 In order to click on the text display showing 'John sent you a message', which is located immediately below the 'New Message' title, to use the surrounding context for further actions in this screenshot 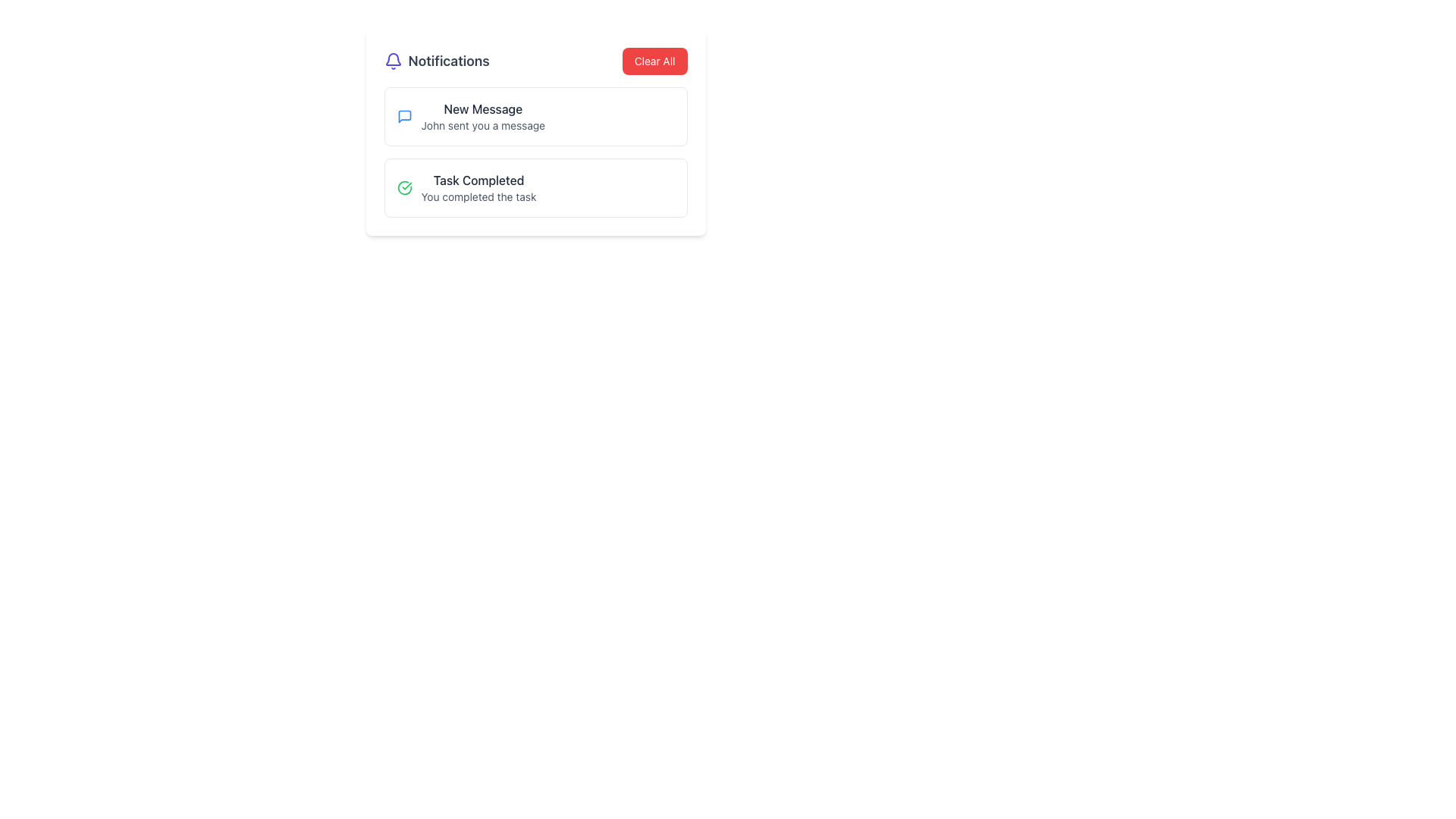, I will do `click(482, 124)`.